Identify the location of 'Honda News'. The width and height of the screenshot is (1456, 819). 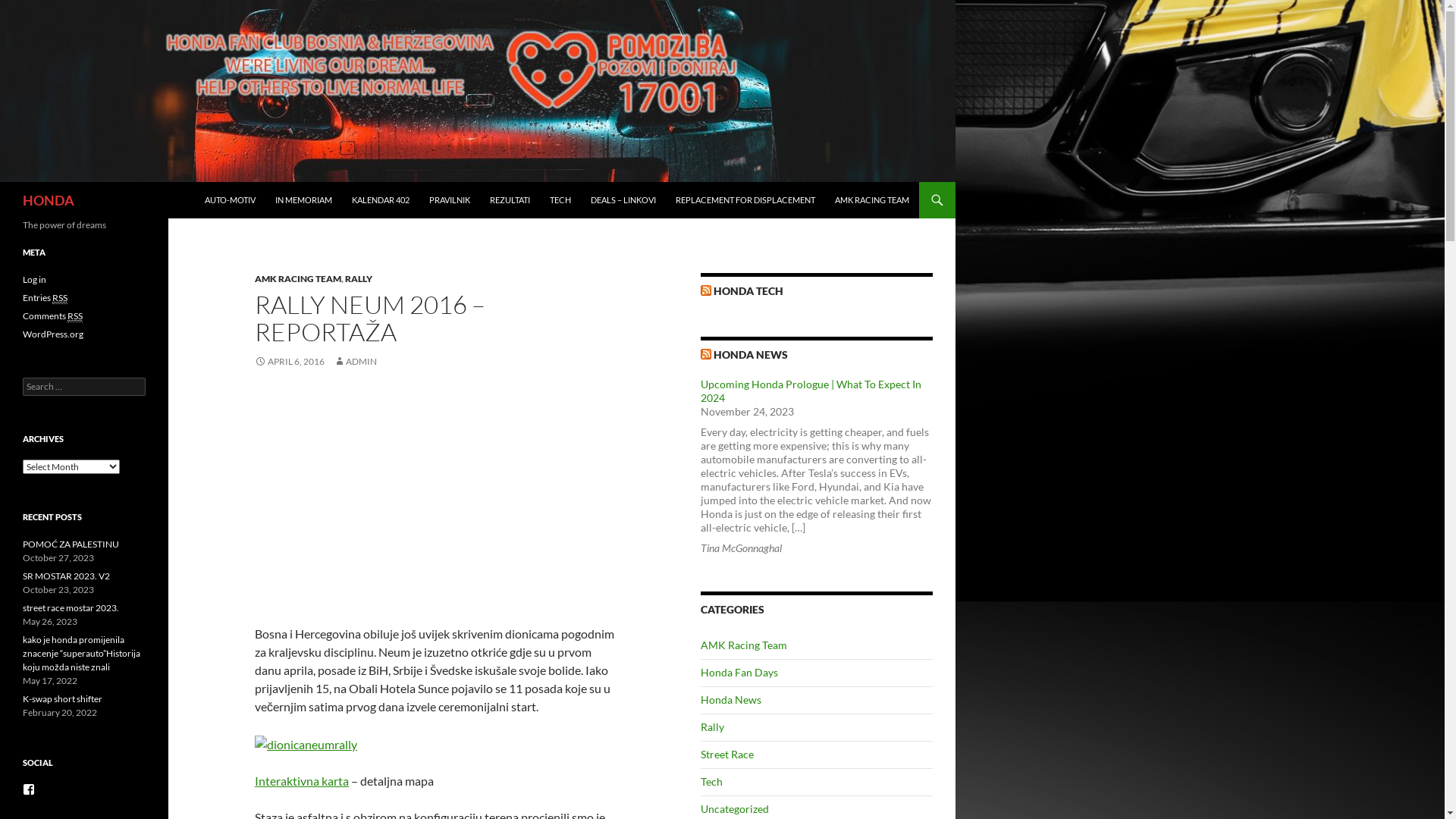
(731, 699).